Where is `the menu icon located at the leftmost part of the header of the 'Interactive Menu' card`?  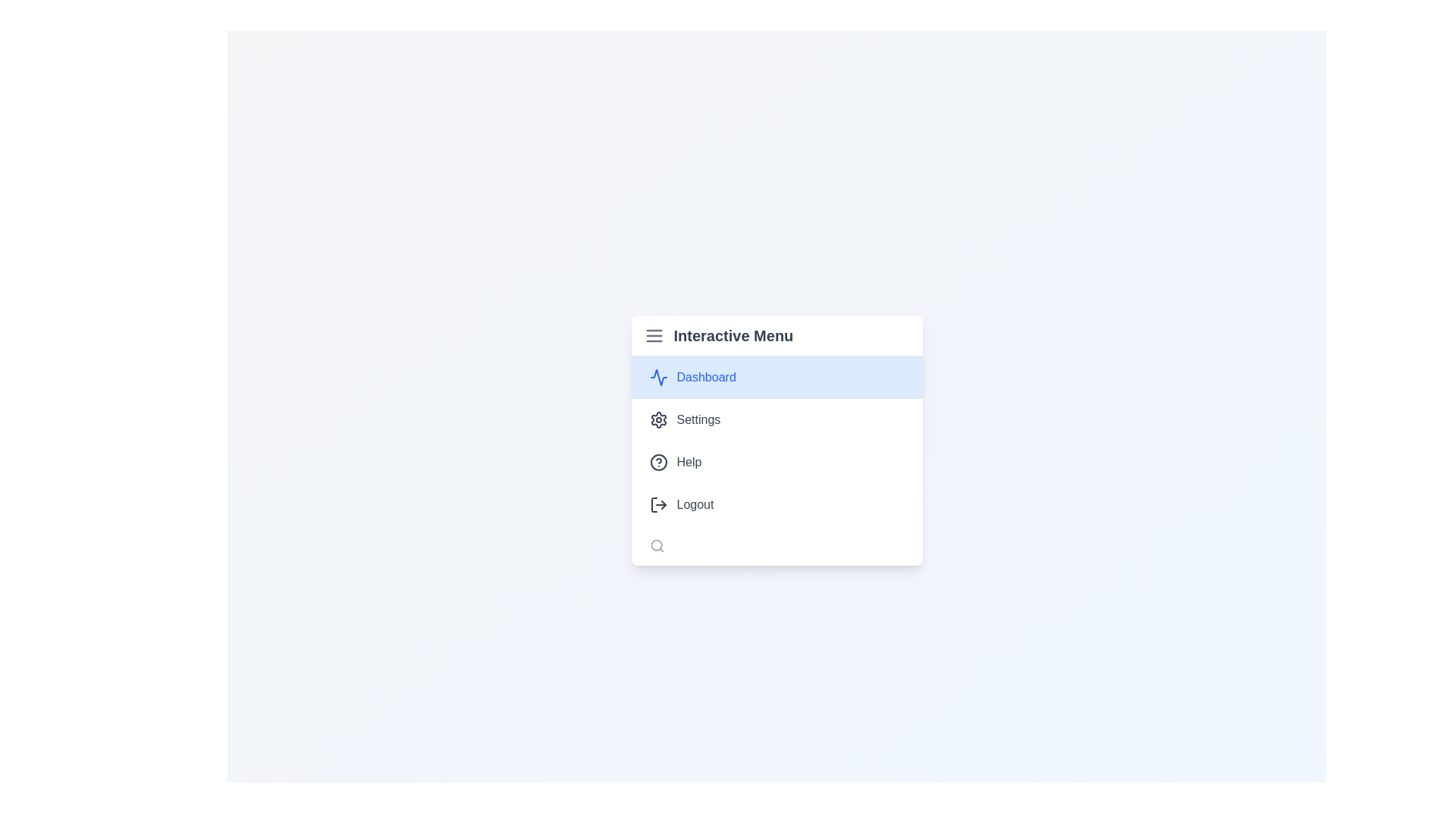 the menu icon located at the leftmost part of the header of the 'Interactive Menu' card is located at coordinates (654, 334).